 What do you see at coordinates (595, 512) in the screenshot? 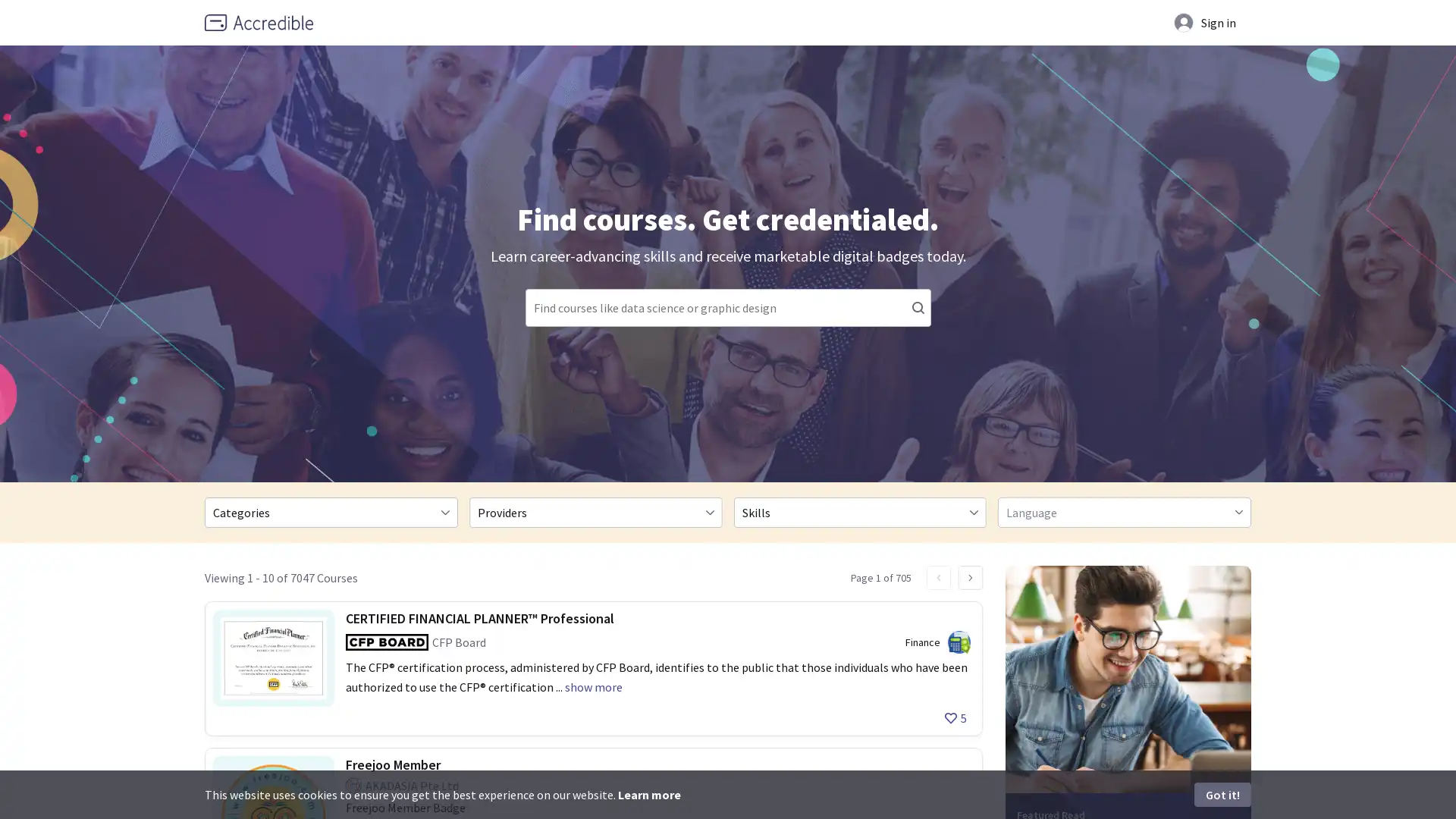
I see `Providers` at bounding box center [595, 512].